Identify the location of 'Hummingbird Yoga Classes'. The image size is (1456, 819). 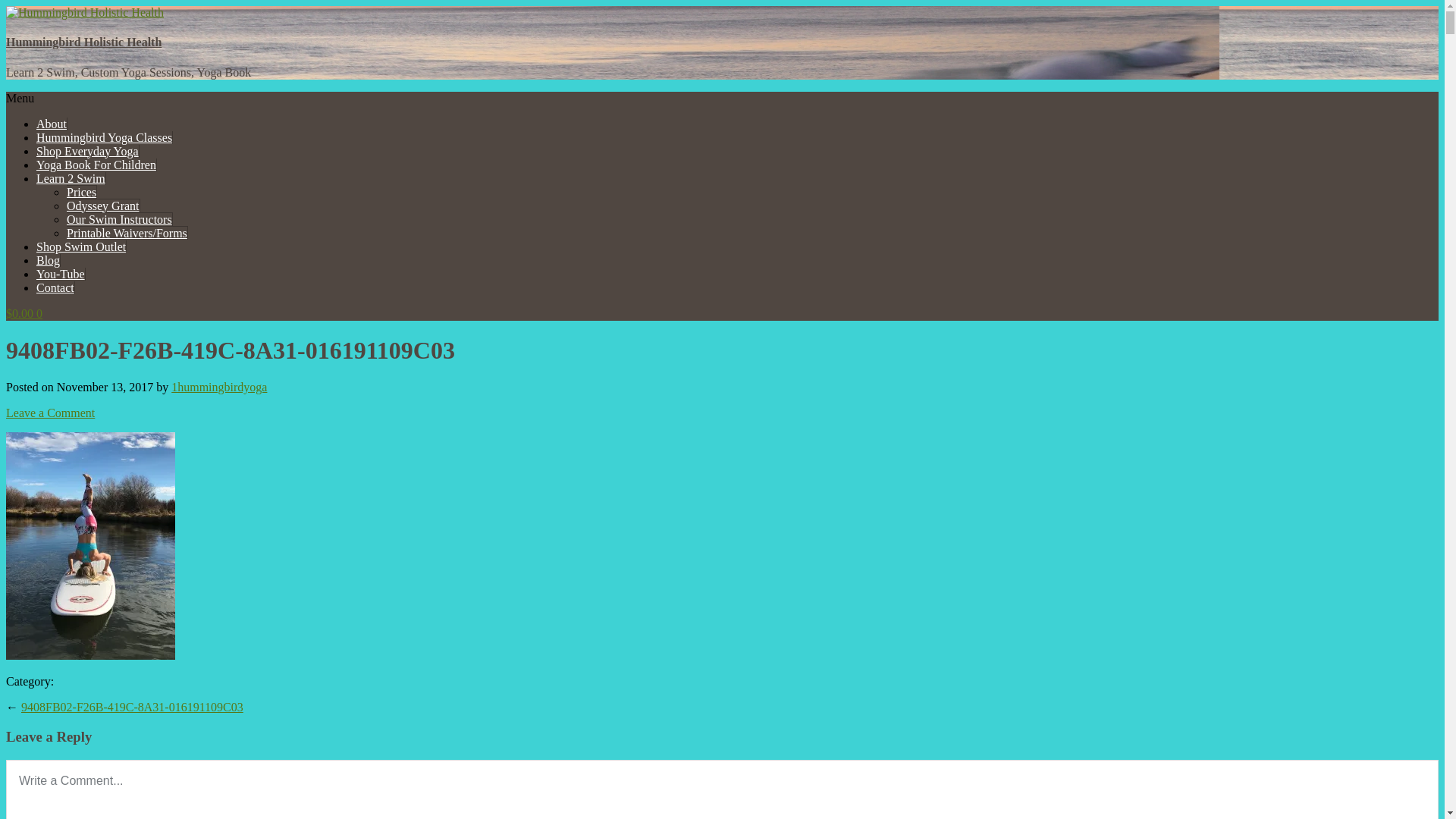
(36, 137).